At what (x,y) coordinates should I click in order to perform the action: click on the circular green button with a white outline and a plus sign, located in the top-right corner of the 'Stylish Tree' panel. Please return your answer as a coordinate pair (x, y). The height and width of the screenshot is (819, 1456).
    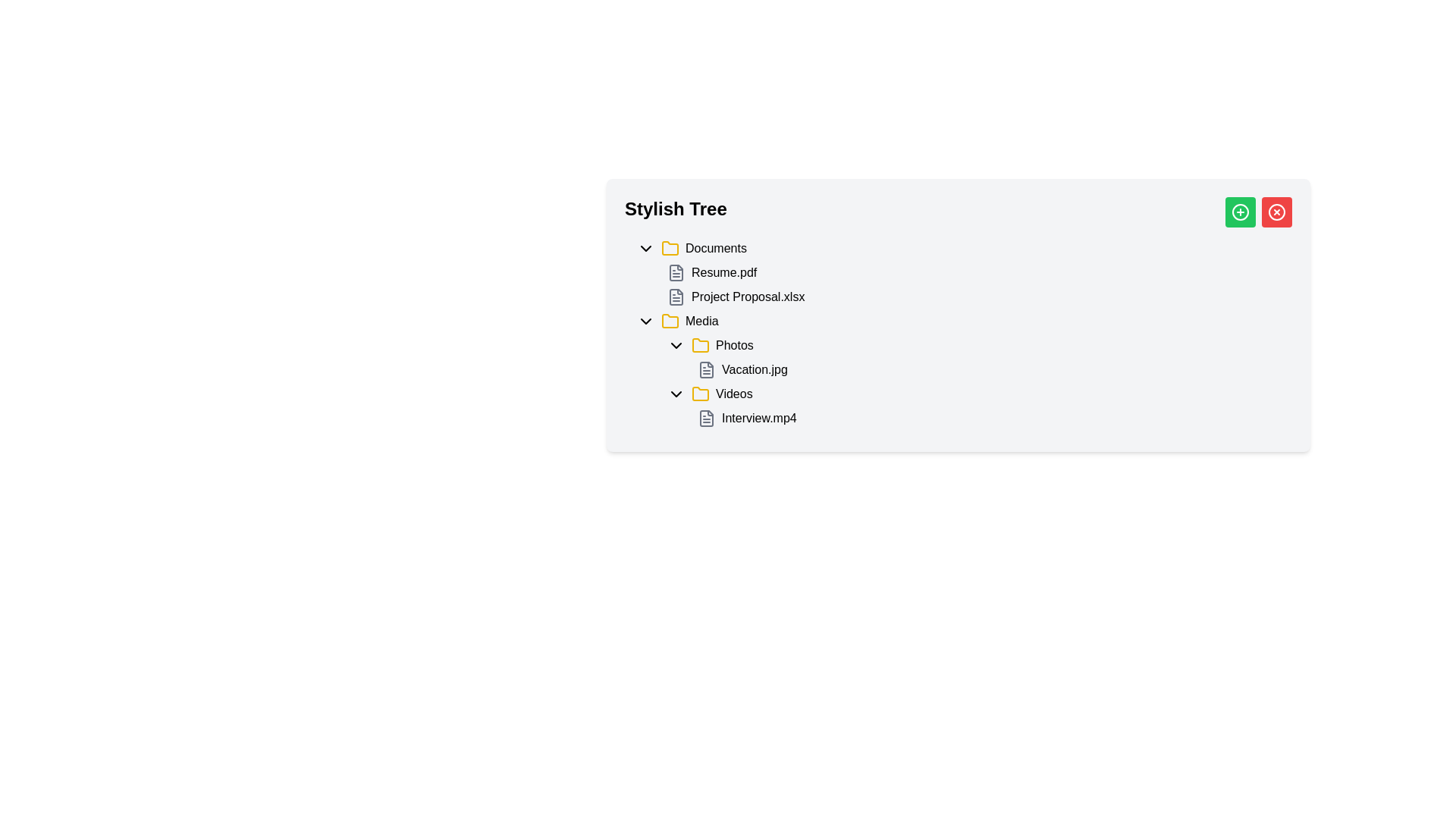
    Looking at the image, I should click on (1241, 212).